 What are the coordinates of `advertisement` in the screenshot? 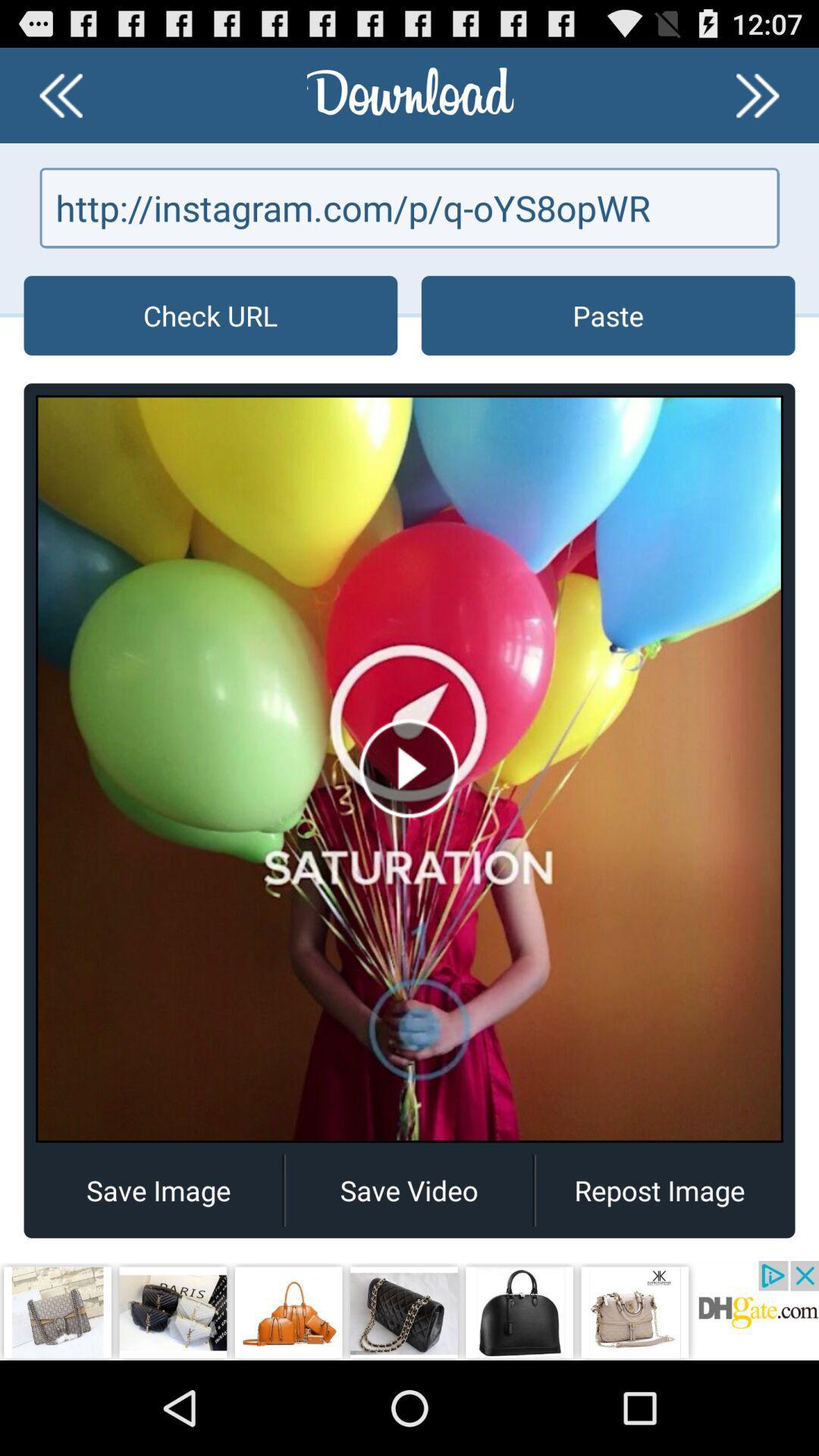 It's located at (409, 1310).